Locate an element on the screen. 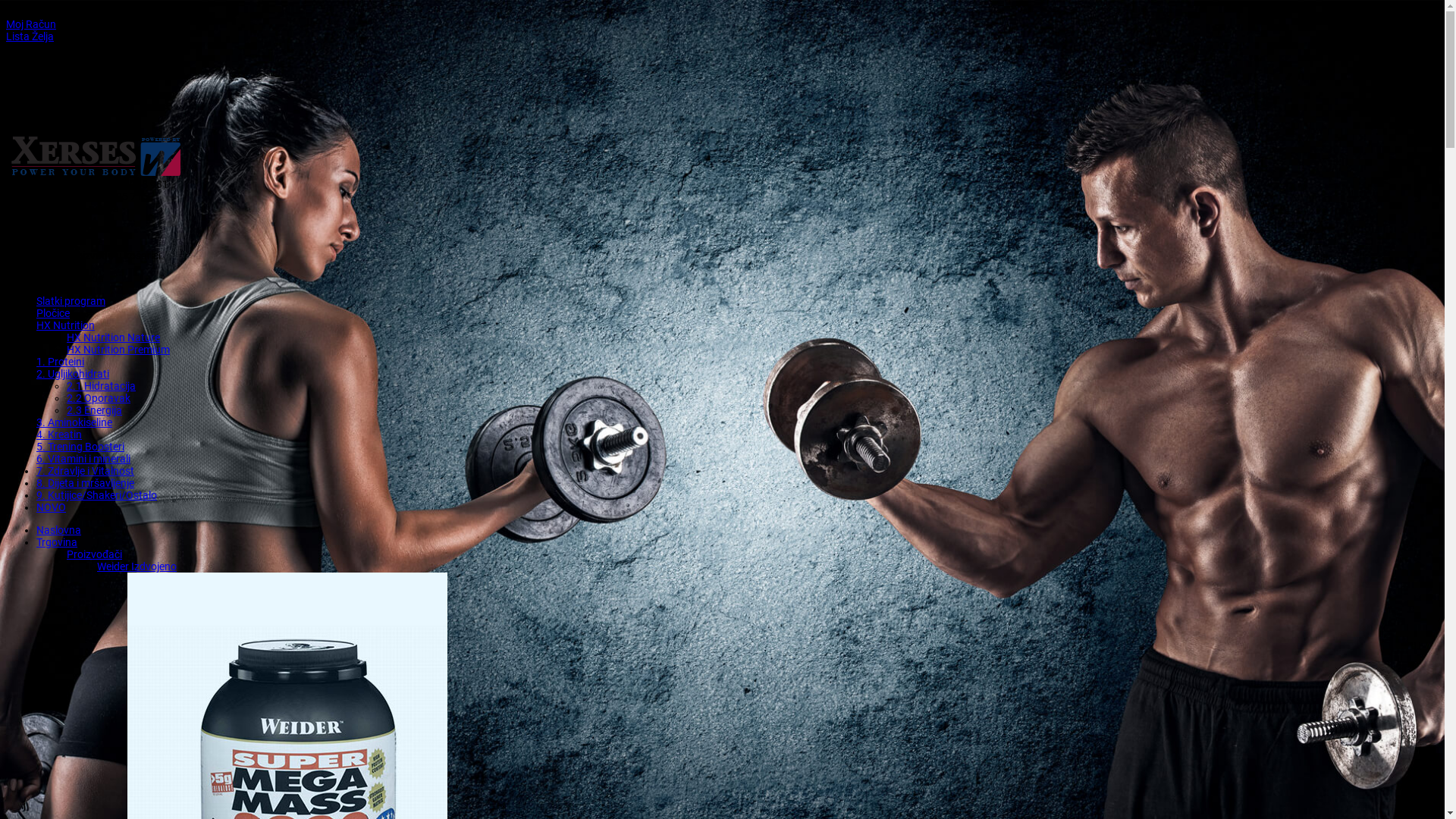  '7. Zdravlje i Vitalnost' is located at coordinates (36, 470).